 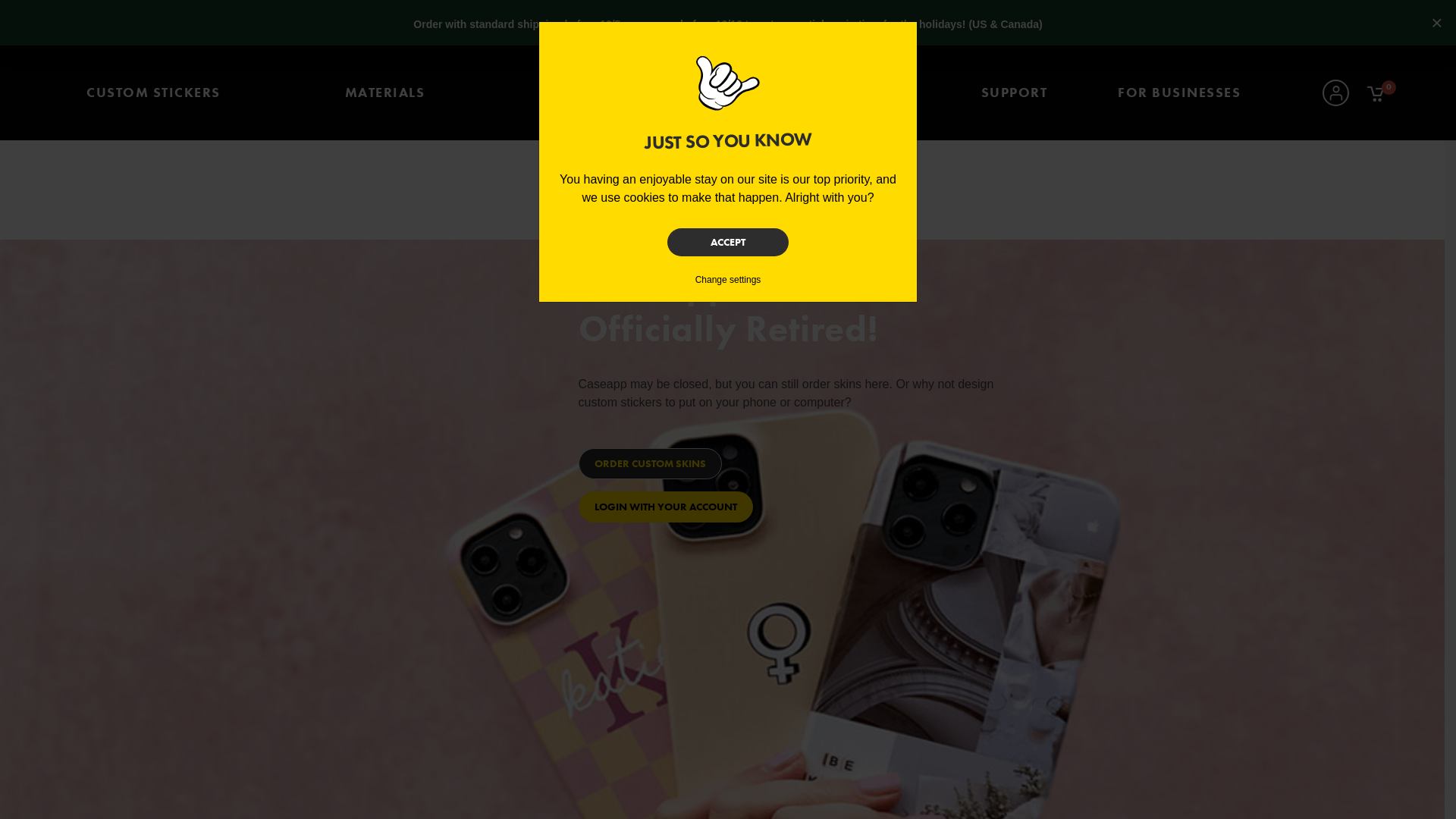 What do you see at coordinates (1015, 93) in the screenshot?
I see `'SUPPORT'` at bounding box center [1015, 93].